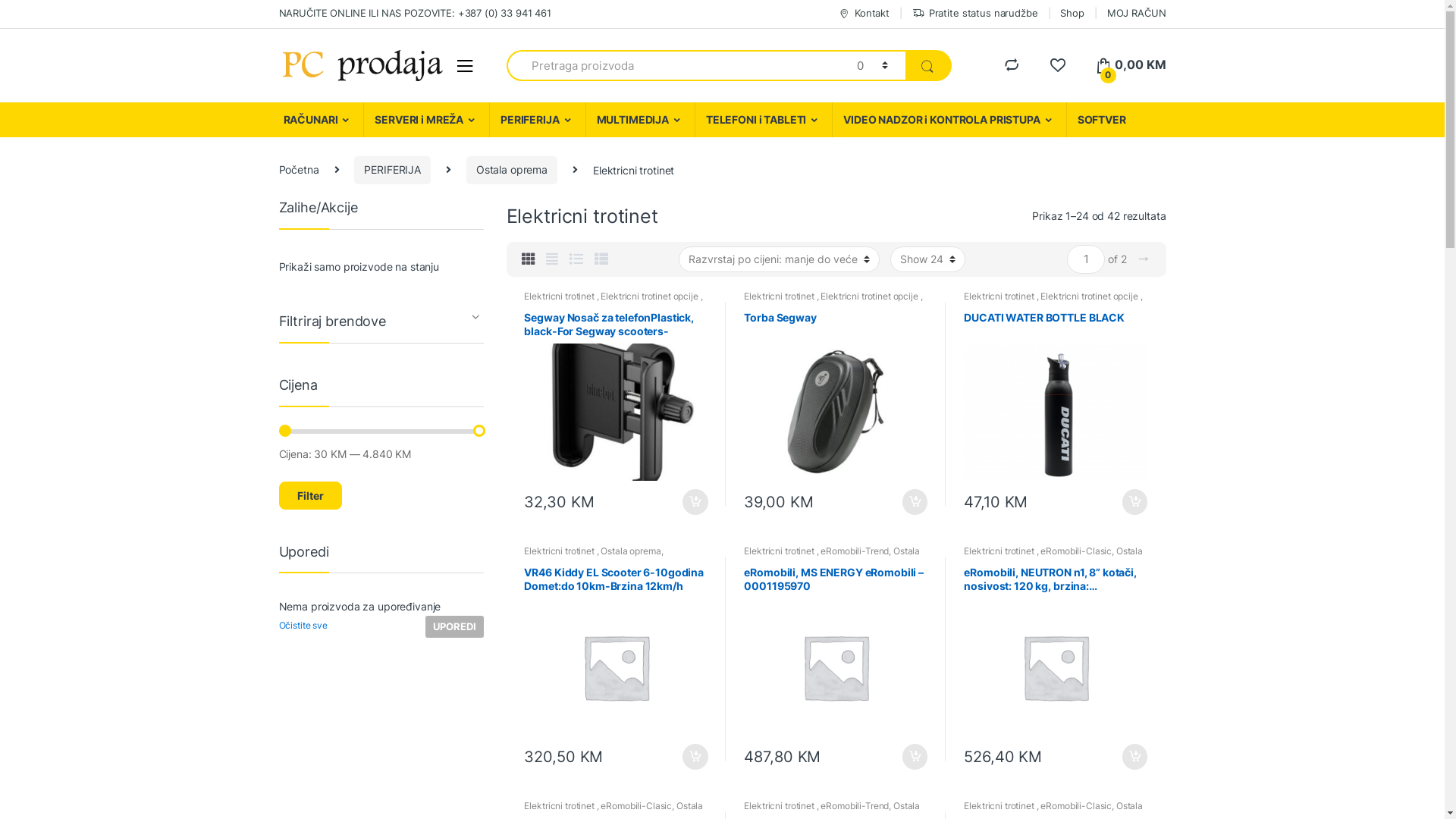 Image resolution: width=1456 pixels, height=819 pixels. I want to click on 'List View', so click(575, 259).